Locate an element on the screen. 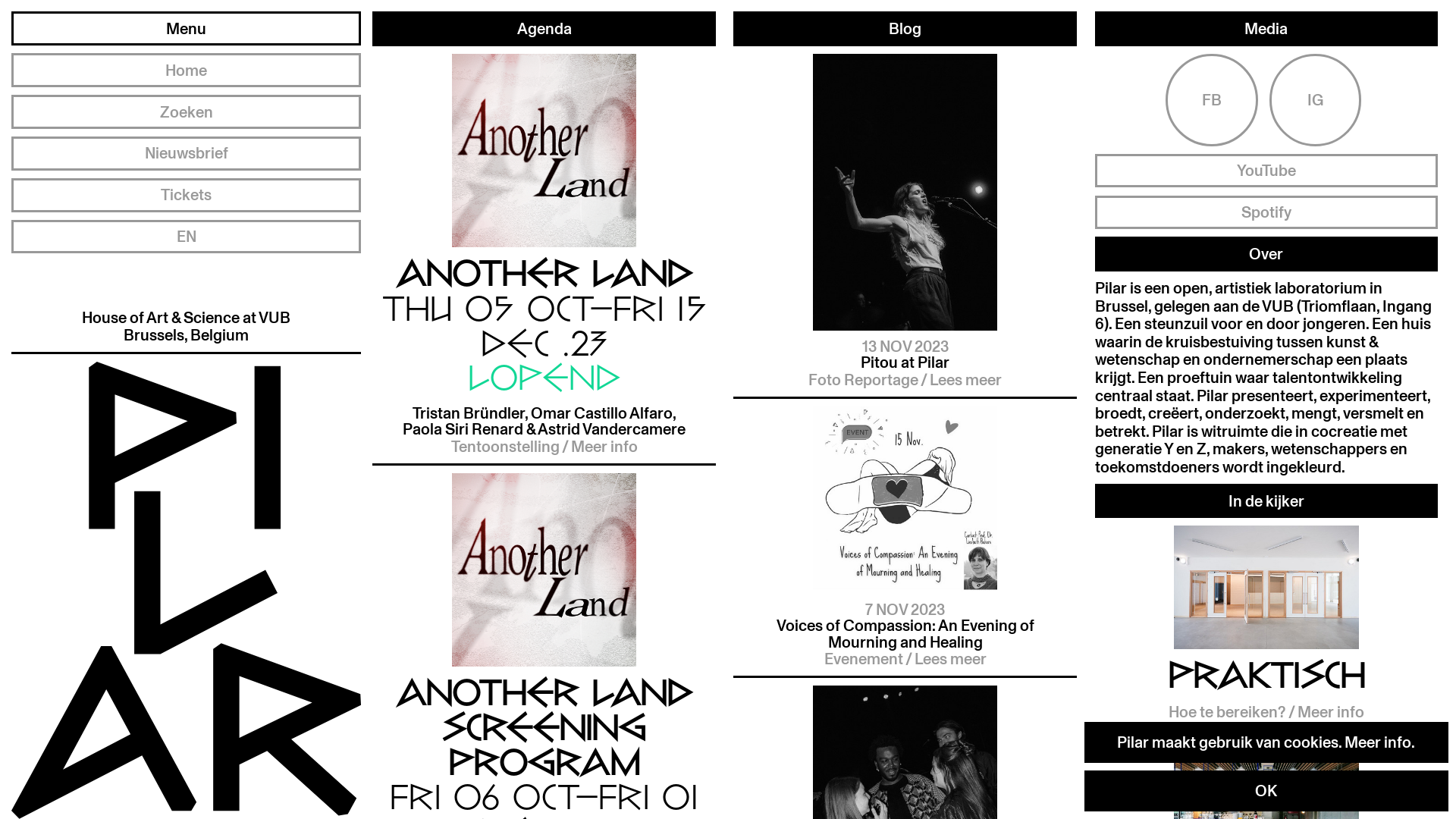  'Nieuwsbrief' is located at coordinates (185, 153).